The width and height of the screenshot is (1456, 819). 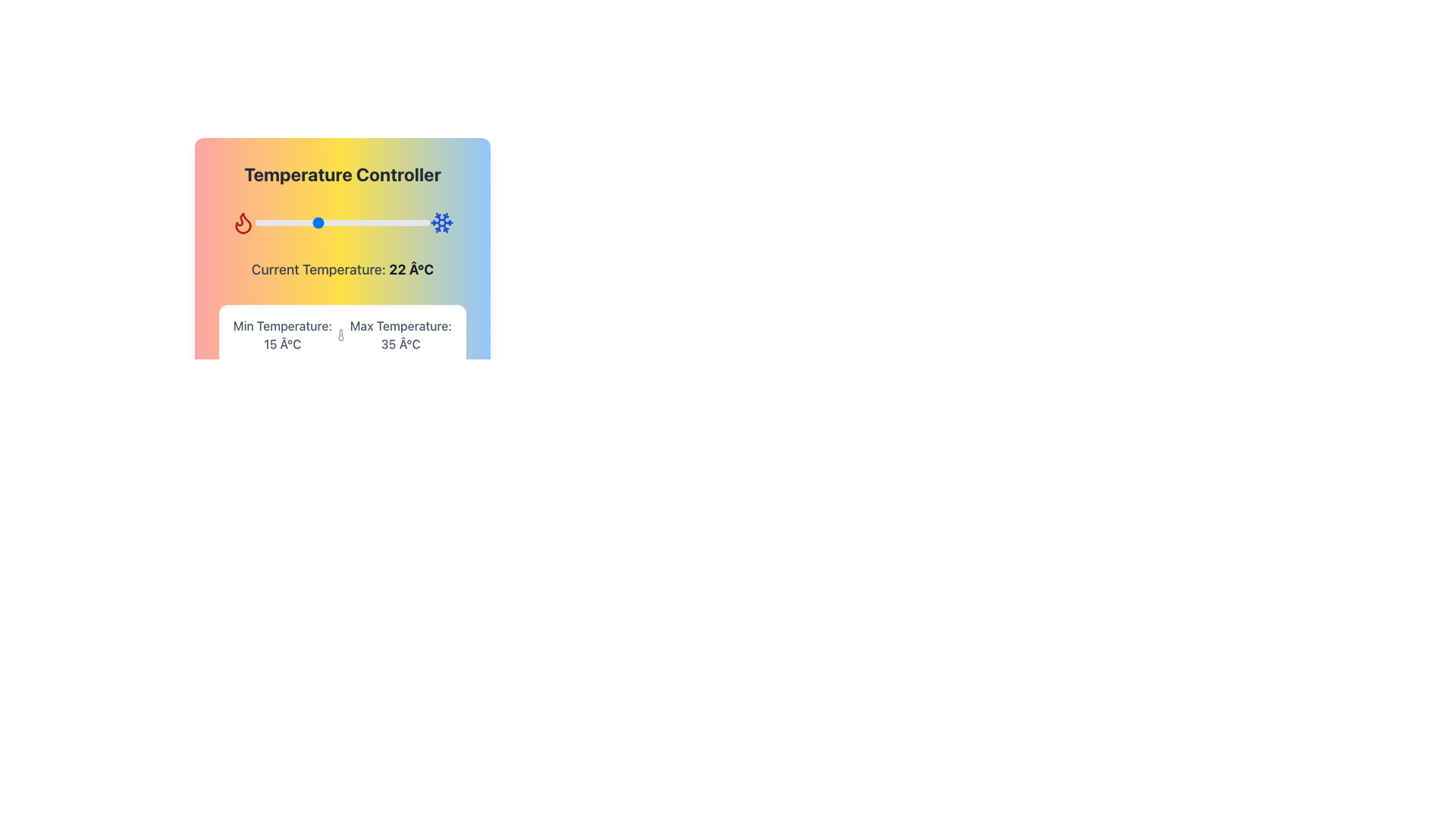 What do you see at coordinates (369, 222) in the screenshot?
I see `temperature` at bounding box center [369, 222].